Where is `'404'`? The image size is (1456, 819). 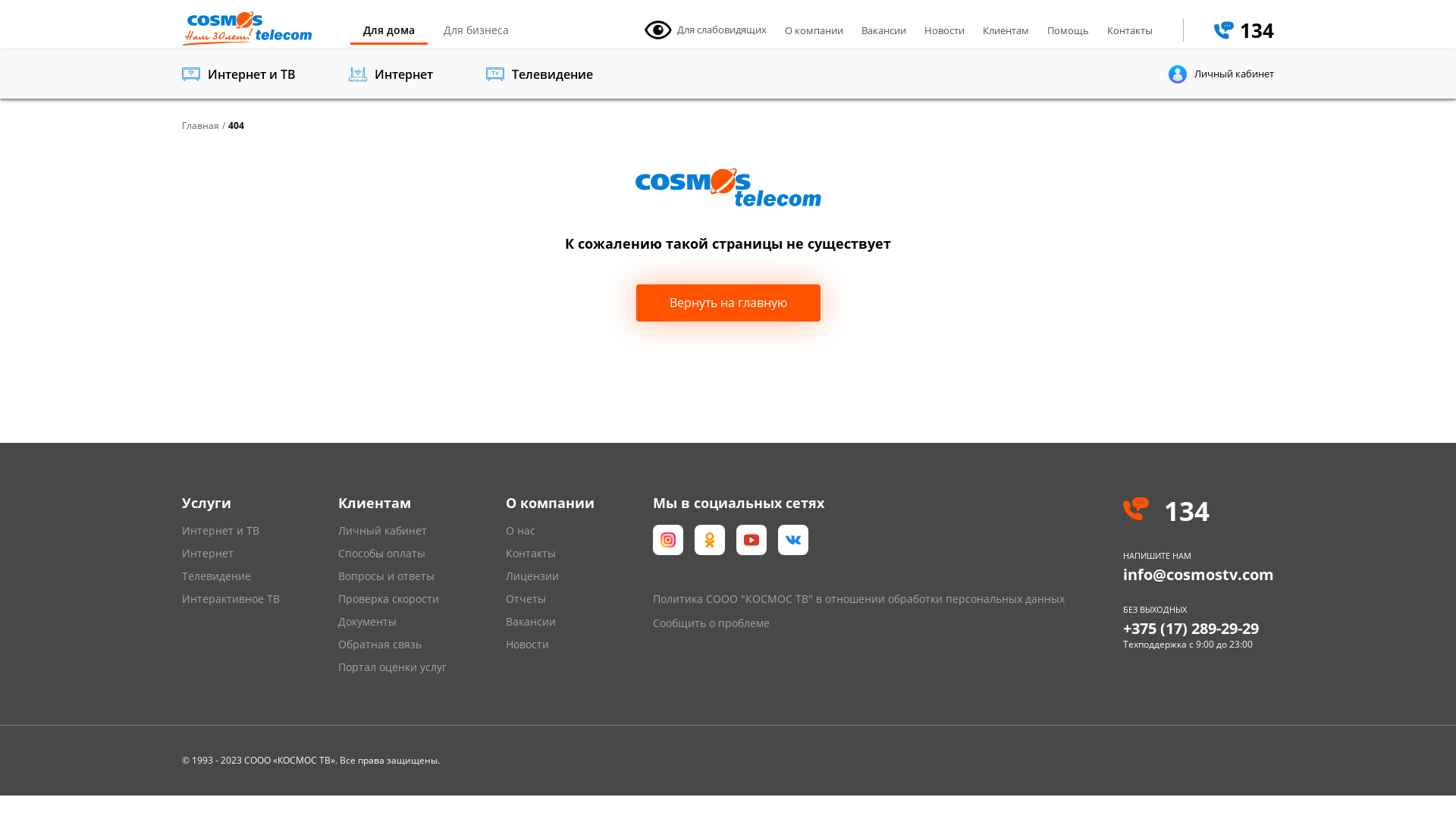
'404' is located at coordinates (235, 124).